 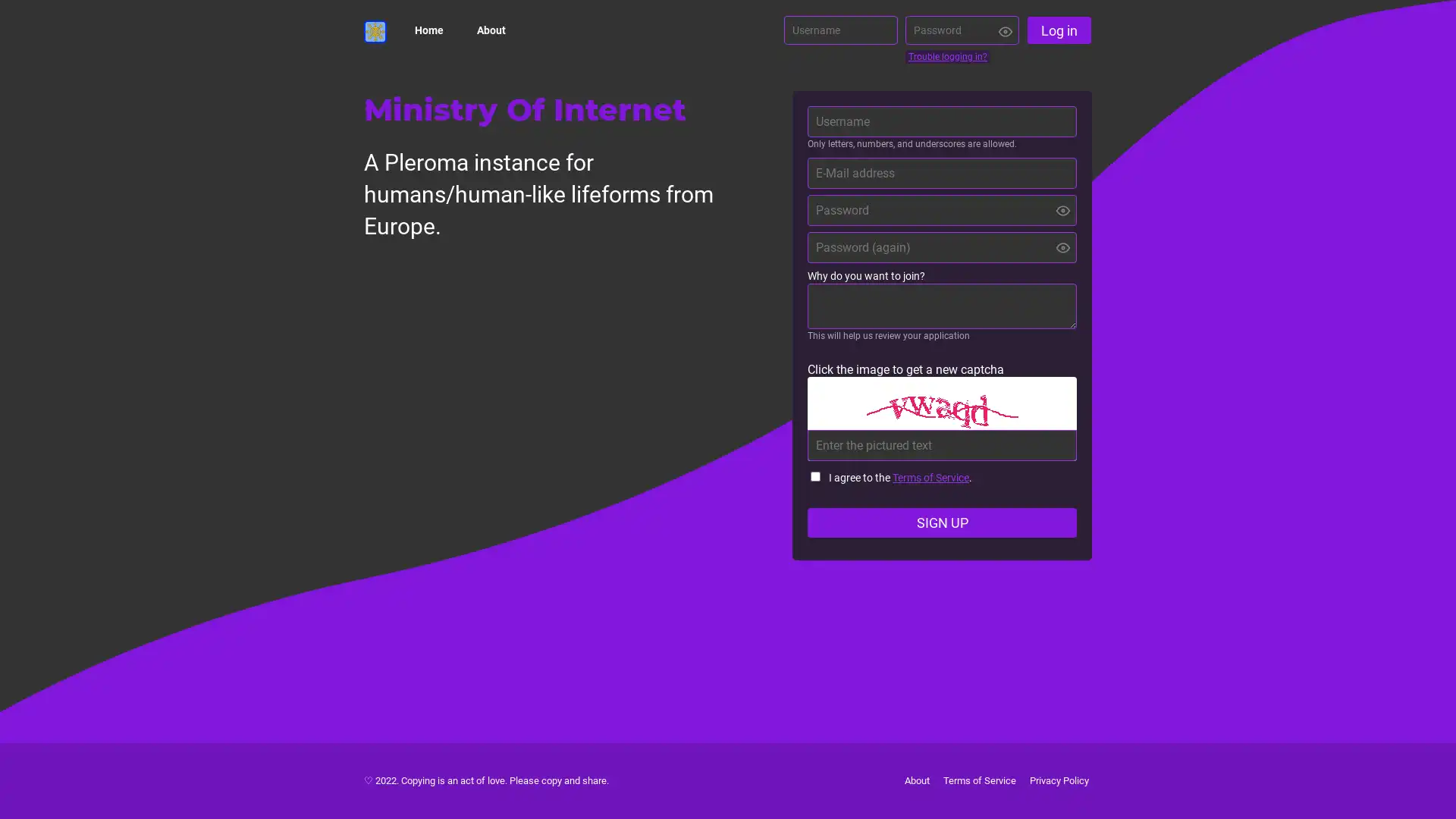 I want to click on Log in, so click(x=1058, y=30).